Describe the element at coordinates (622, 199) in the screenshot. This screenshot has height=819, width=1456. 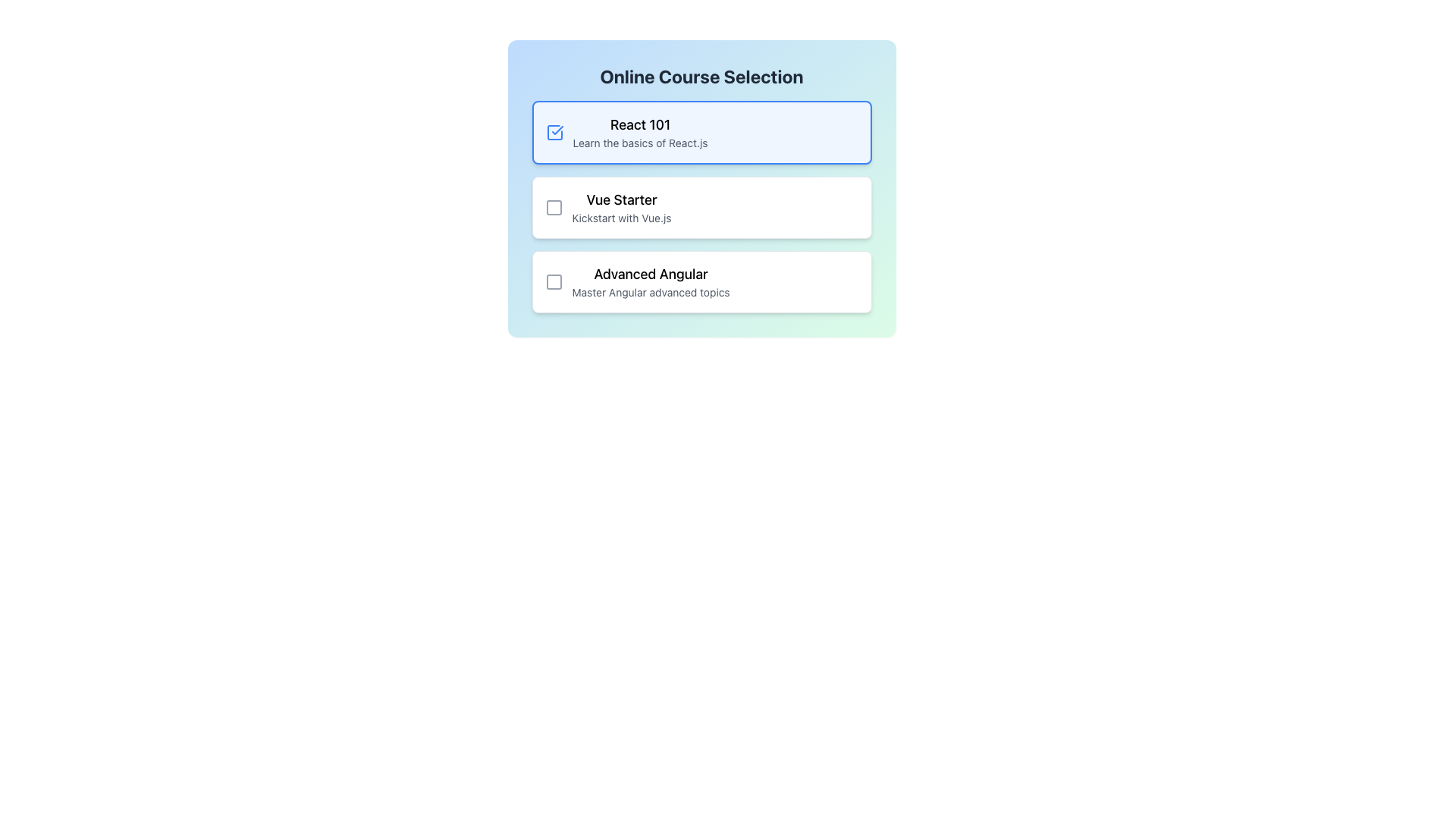
I see `the static text label titled 'Vue Starter' which is the primary title on the second card in the course selection interface` at that location.